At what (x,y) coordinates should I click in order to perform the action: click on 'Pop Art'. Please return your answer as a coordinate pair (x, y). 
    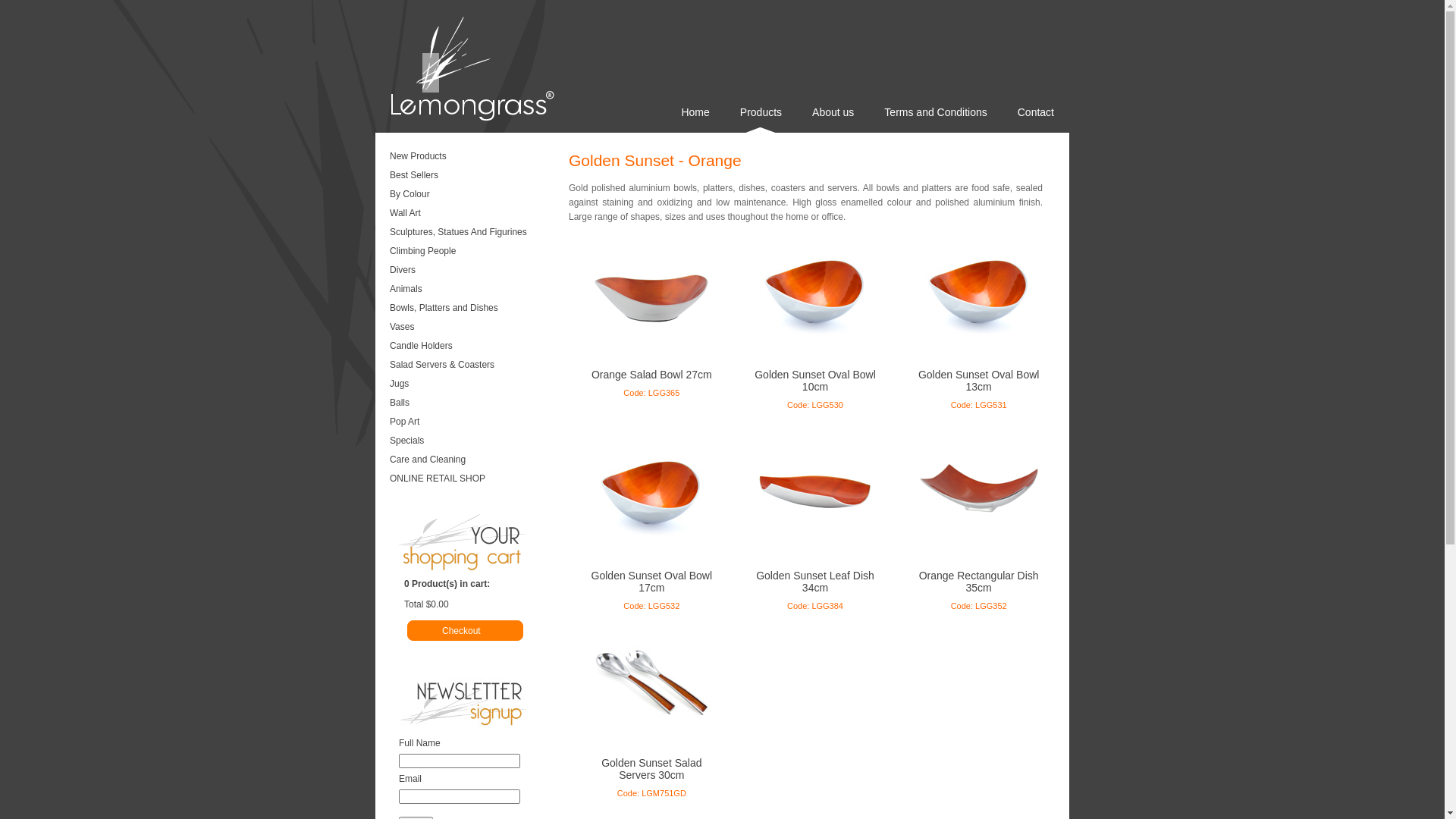
    Looking at the image, I should click on (469, 423).